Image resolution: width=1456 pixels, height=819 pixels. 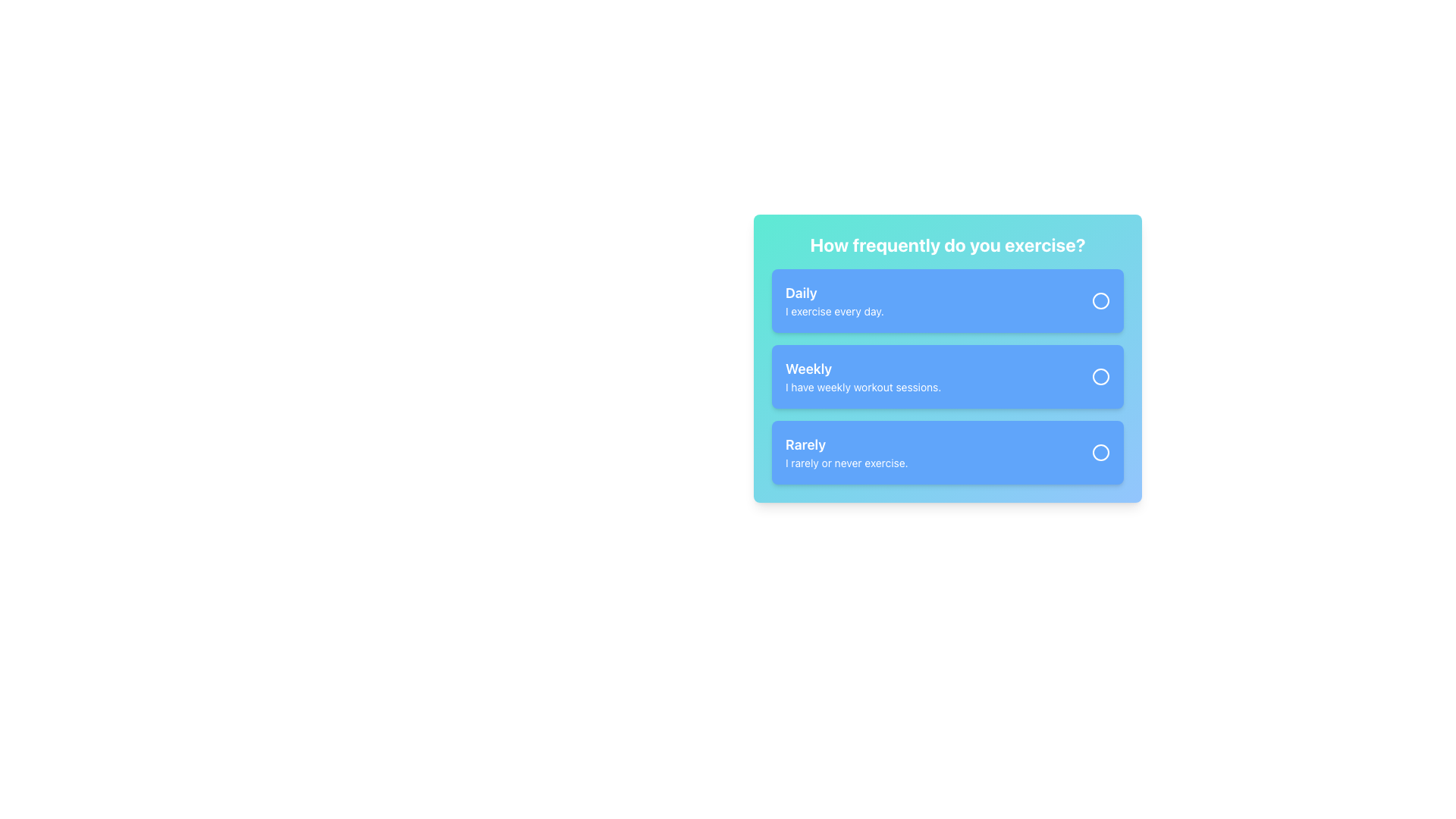 What do you see at coordinates (846, 462) in the screenshot?
I see `the descriptive text element that elaborates on the 'Rarely' option in the survey interface, located below the title 'Rarely' within the third option of the vertical list` at bounding box center [846, 462].